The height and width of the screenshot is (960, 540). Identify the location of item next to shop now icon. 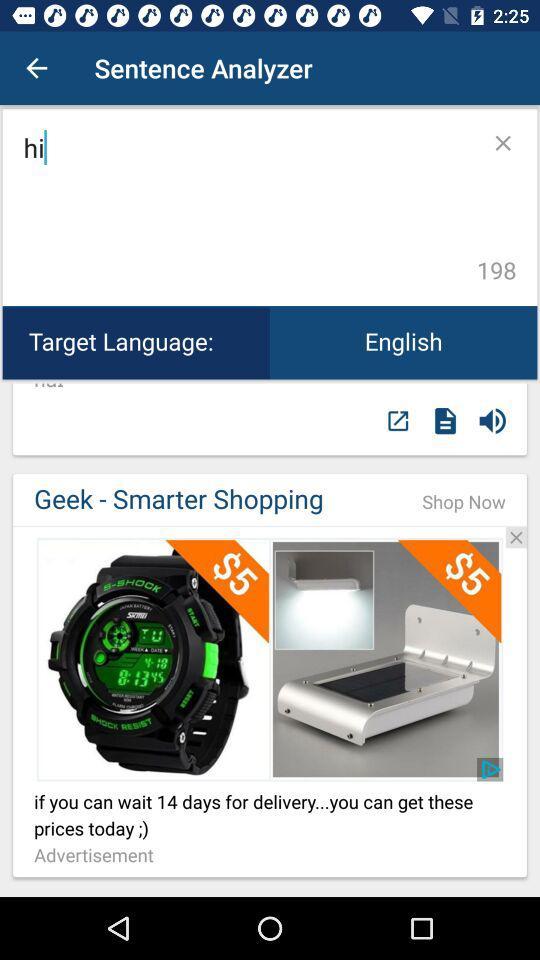
(206, 498).